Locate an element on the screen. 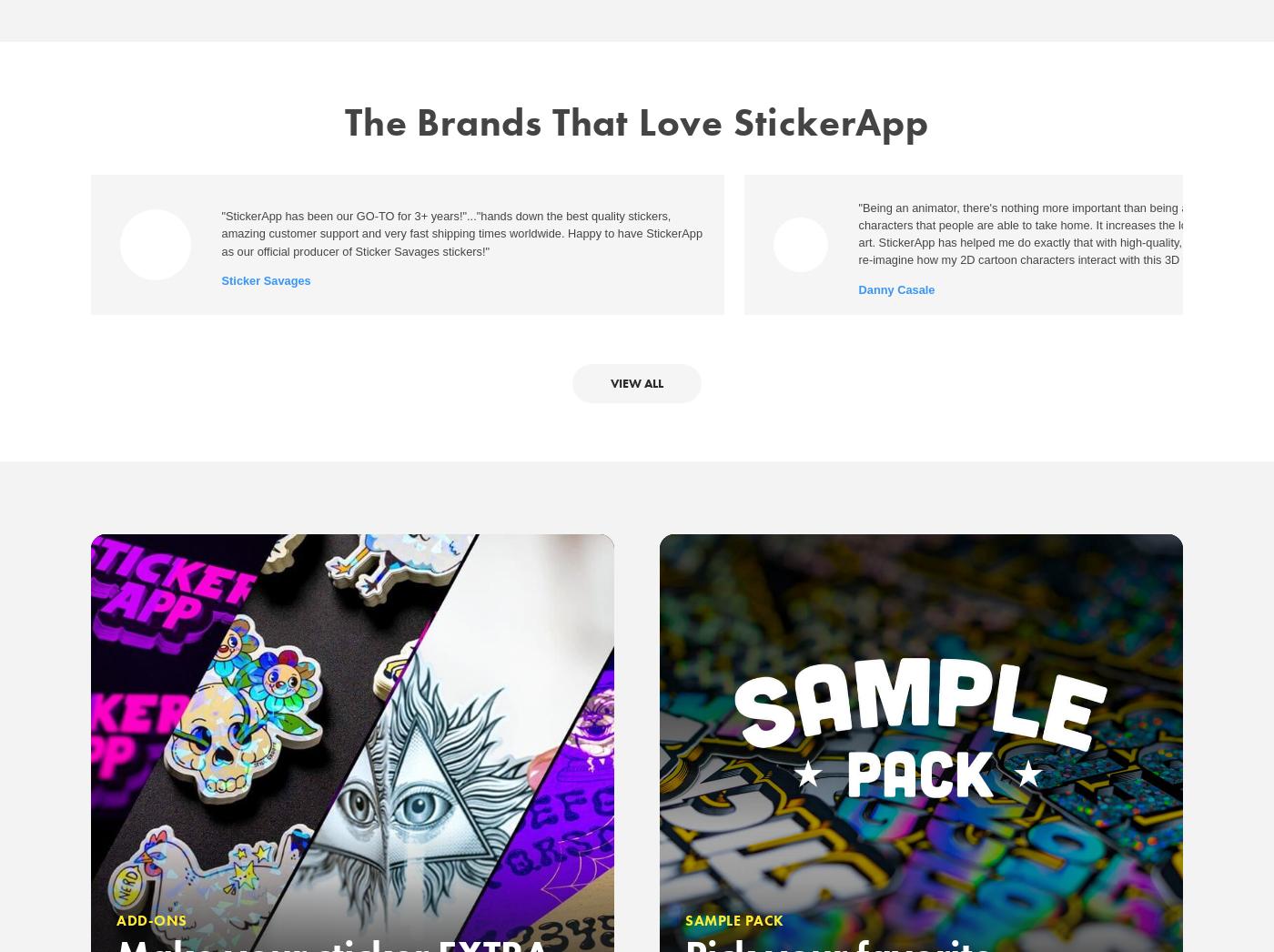 Image resolution: width=1274 pixels, height=952 pixels. 'About us' is located at coordinates (386, 137).